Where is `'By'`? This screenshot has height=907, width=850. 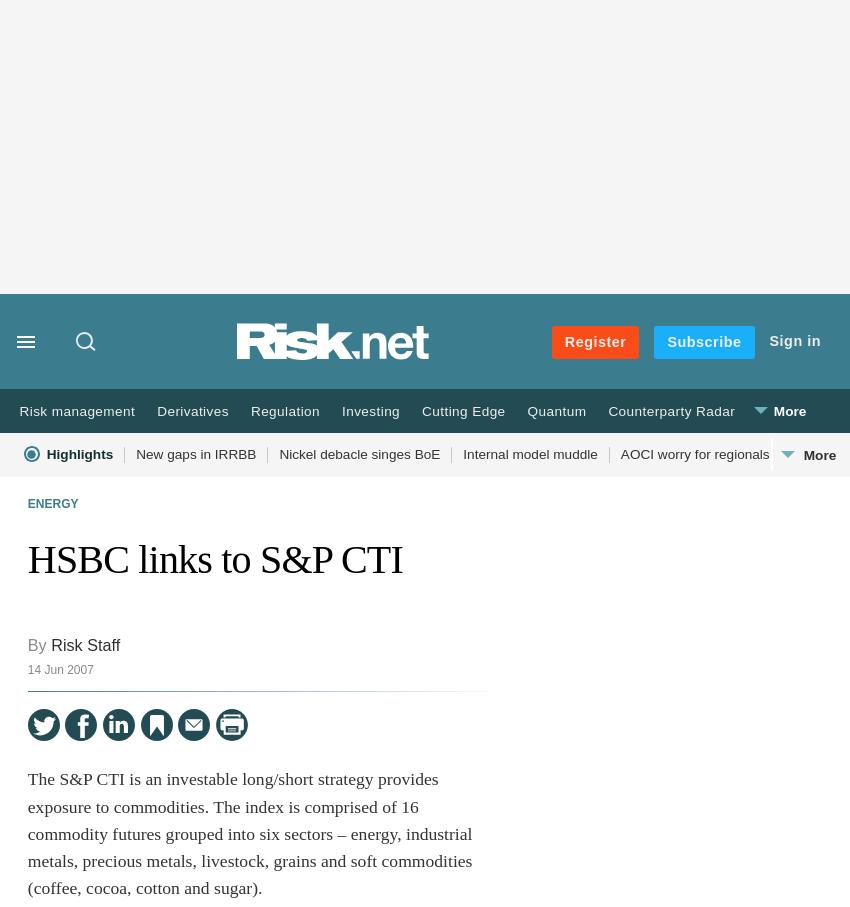
'By' is located at coordinates (26, 643).